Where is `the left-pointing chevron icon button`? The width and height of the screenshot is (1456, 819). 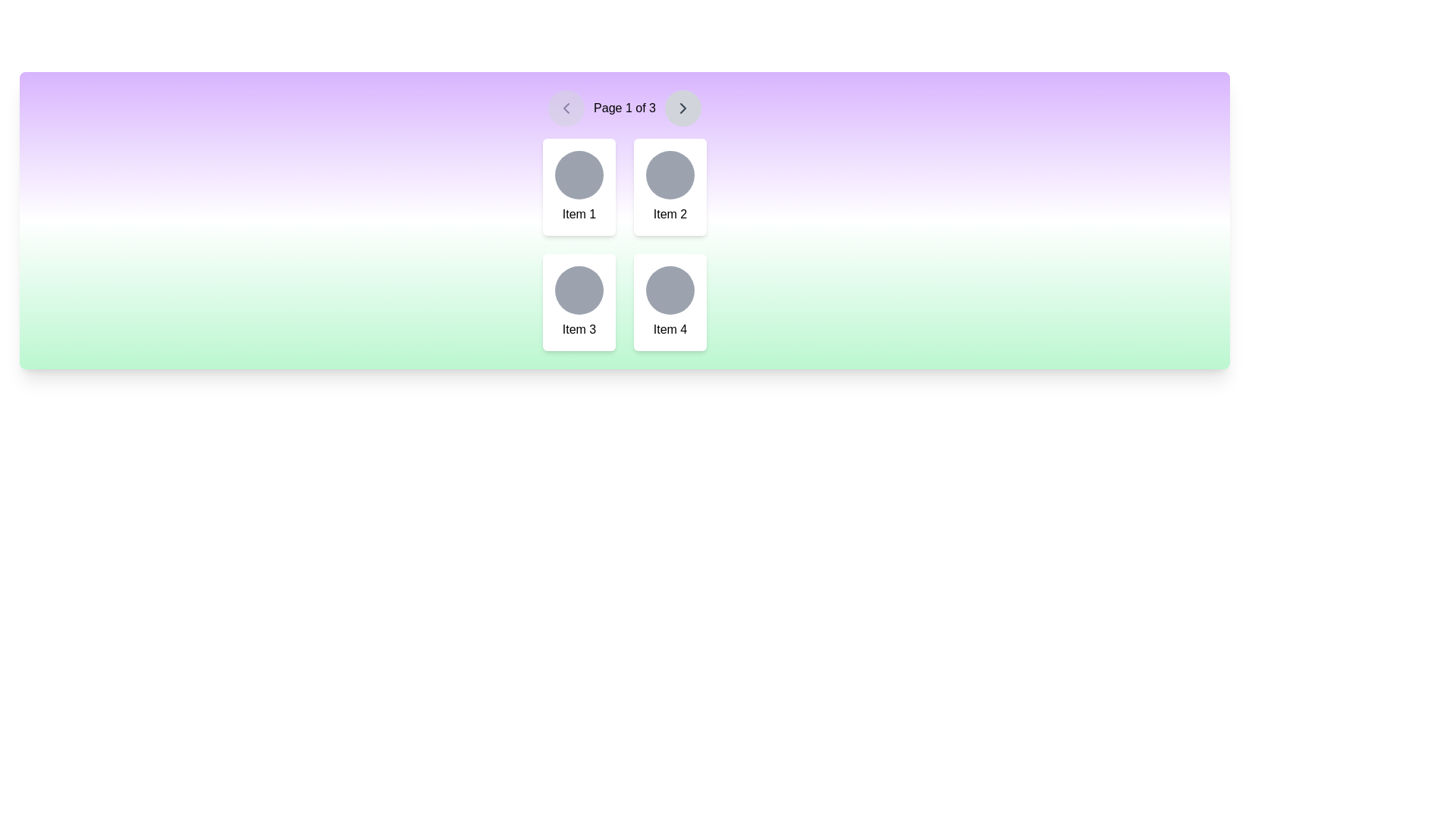 the left-pointing chevron icon button is located at coordinates (566, 107).